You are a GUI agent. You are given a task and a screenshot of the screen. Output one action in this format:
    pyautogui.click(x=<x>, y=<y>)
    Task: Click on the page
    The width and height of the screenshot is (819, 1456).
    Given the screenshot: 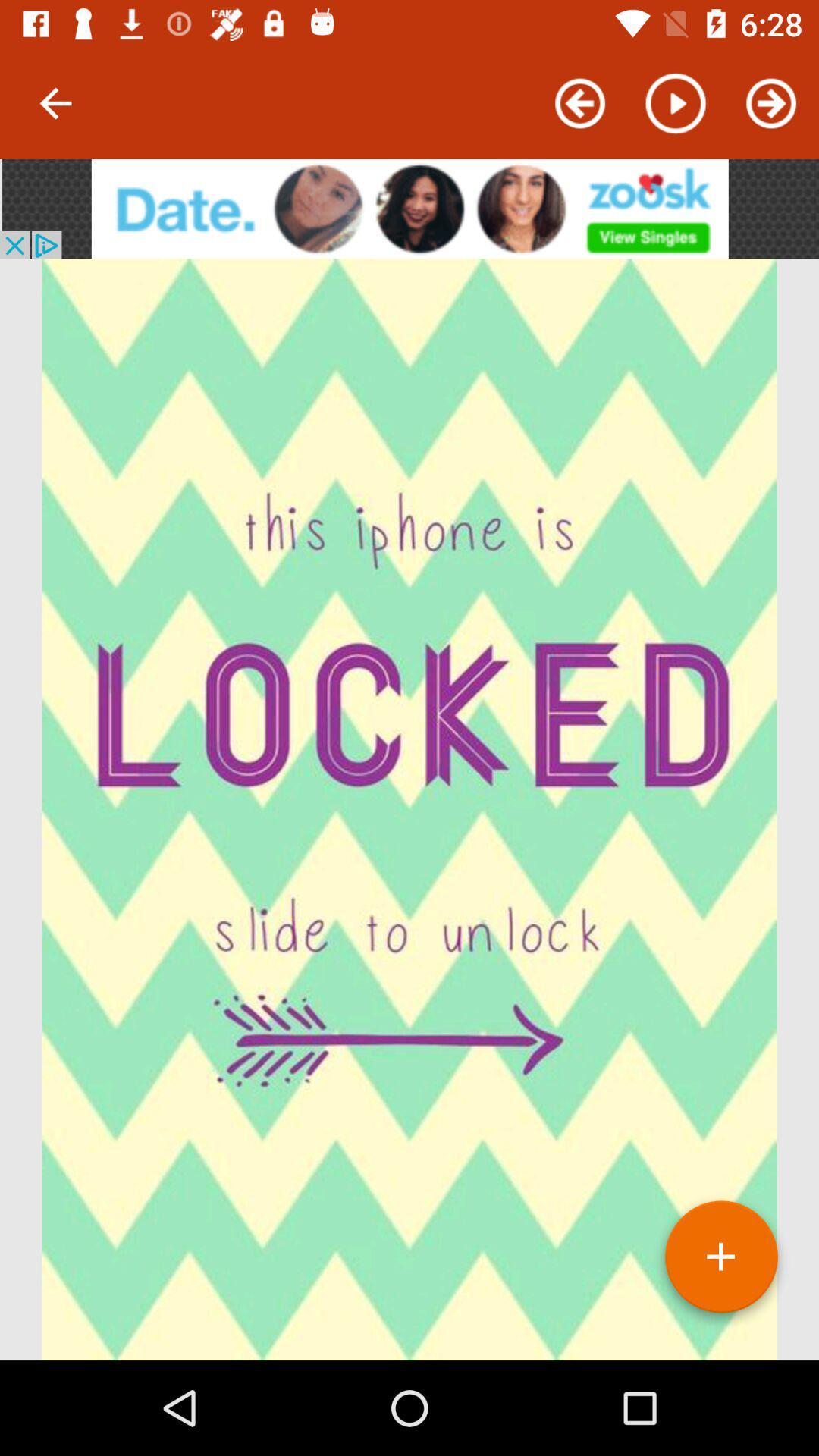 What is the action you would take?
    pyautogui.click(x=720, y=1263)
    